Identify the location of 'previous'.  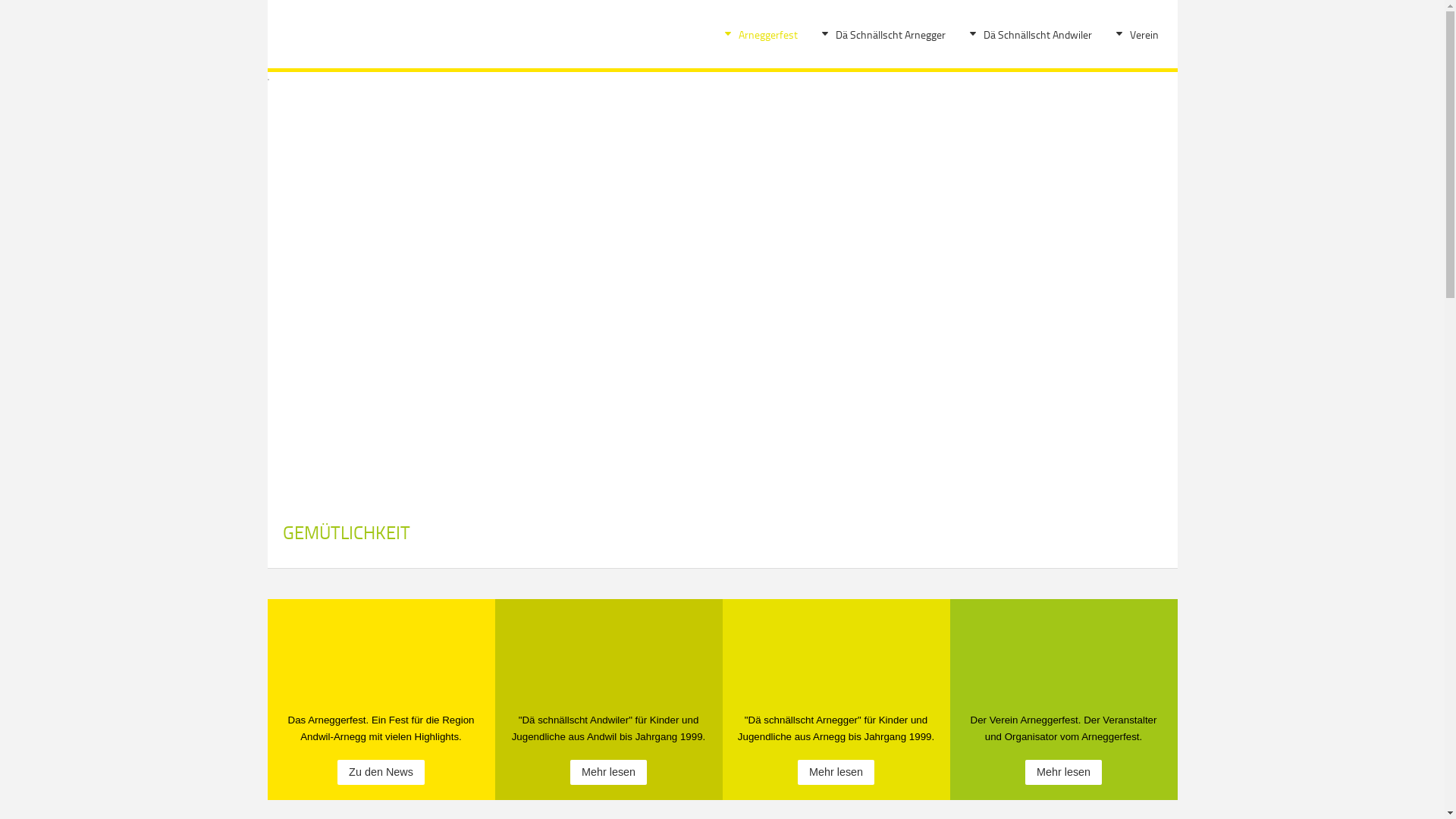
(293, 268).